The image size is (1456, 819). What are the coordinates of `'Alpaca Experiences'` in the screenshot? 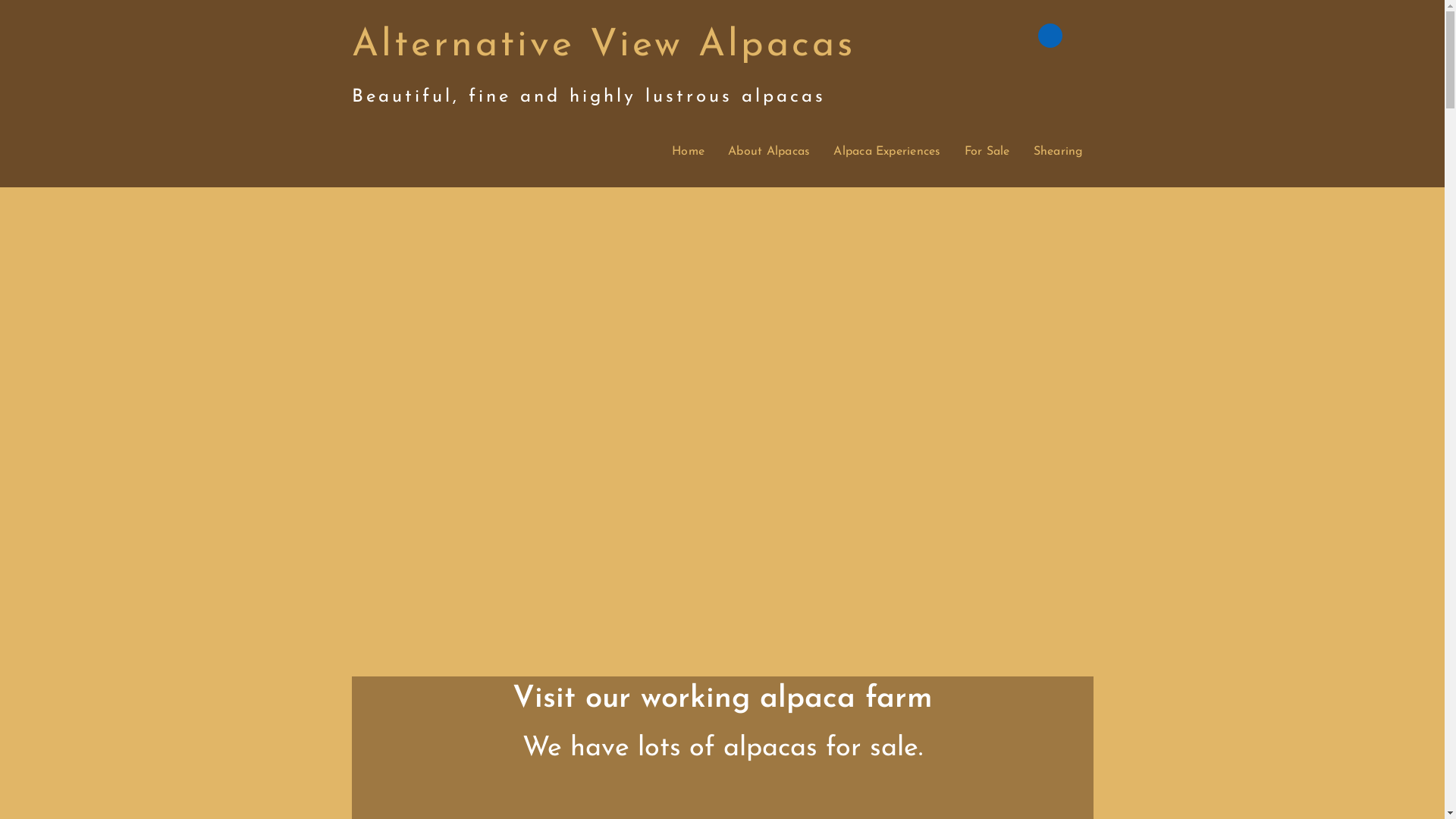 It's located at (886, 152).